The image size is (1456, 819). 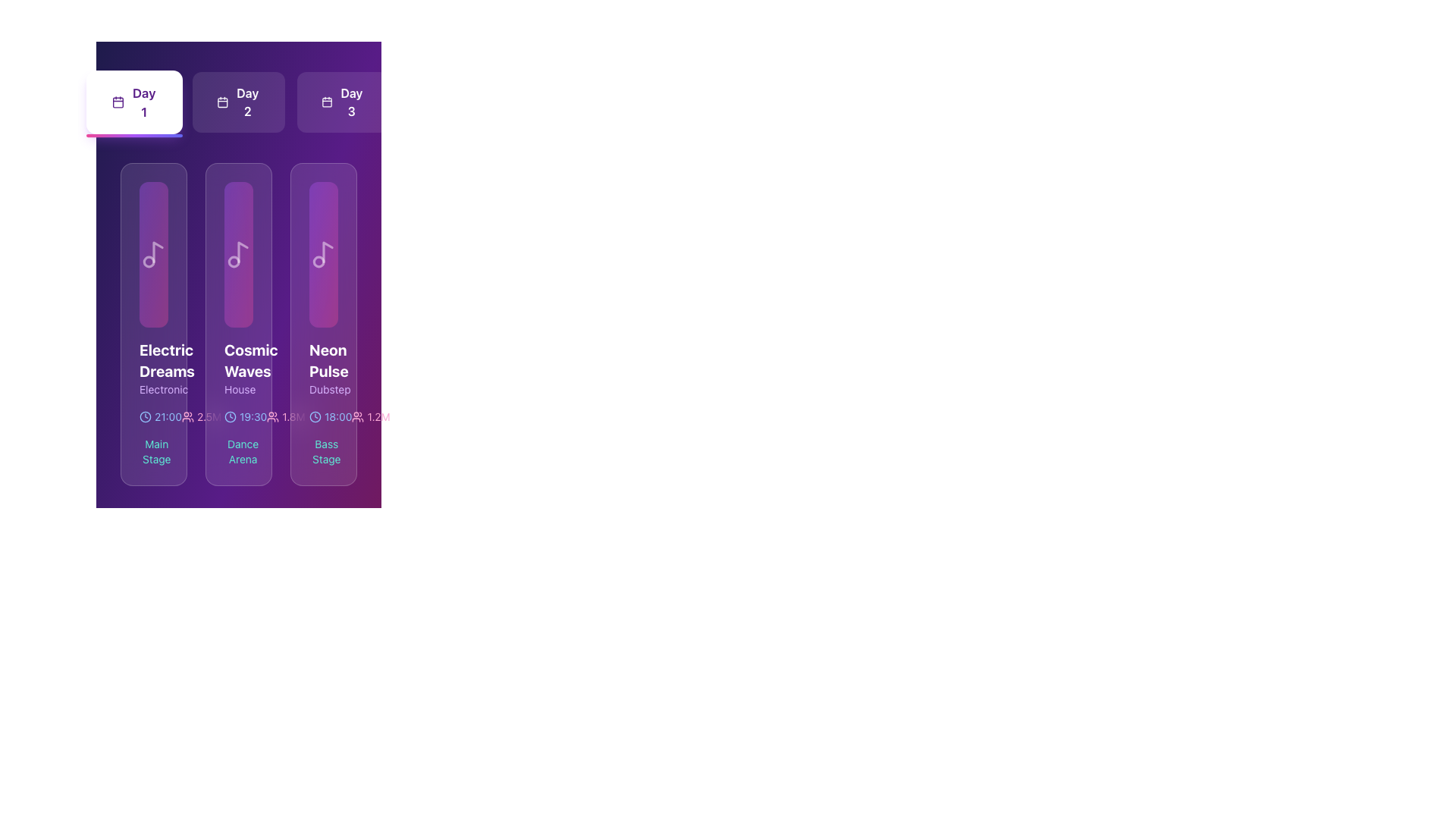 What do you see at coordinates (134, 102) in the screenshot?
I see `'Day 1' selection option button, which is the first element in the navigational interface for event days` at bounding box center [134, 102].